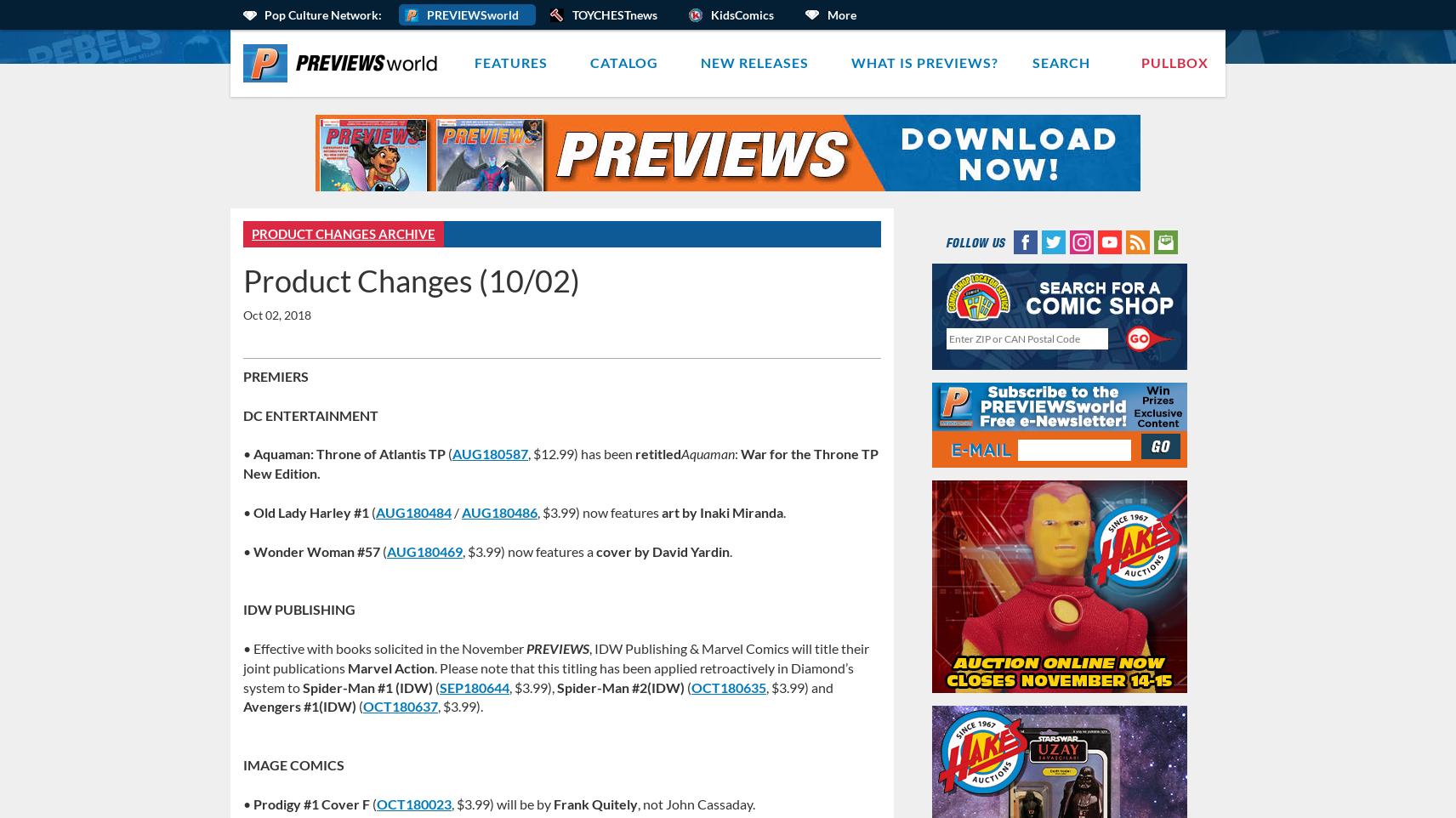  I want to click on 'Frank Quitely', so click(595, 803).